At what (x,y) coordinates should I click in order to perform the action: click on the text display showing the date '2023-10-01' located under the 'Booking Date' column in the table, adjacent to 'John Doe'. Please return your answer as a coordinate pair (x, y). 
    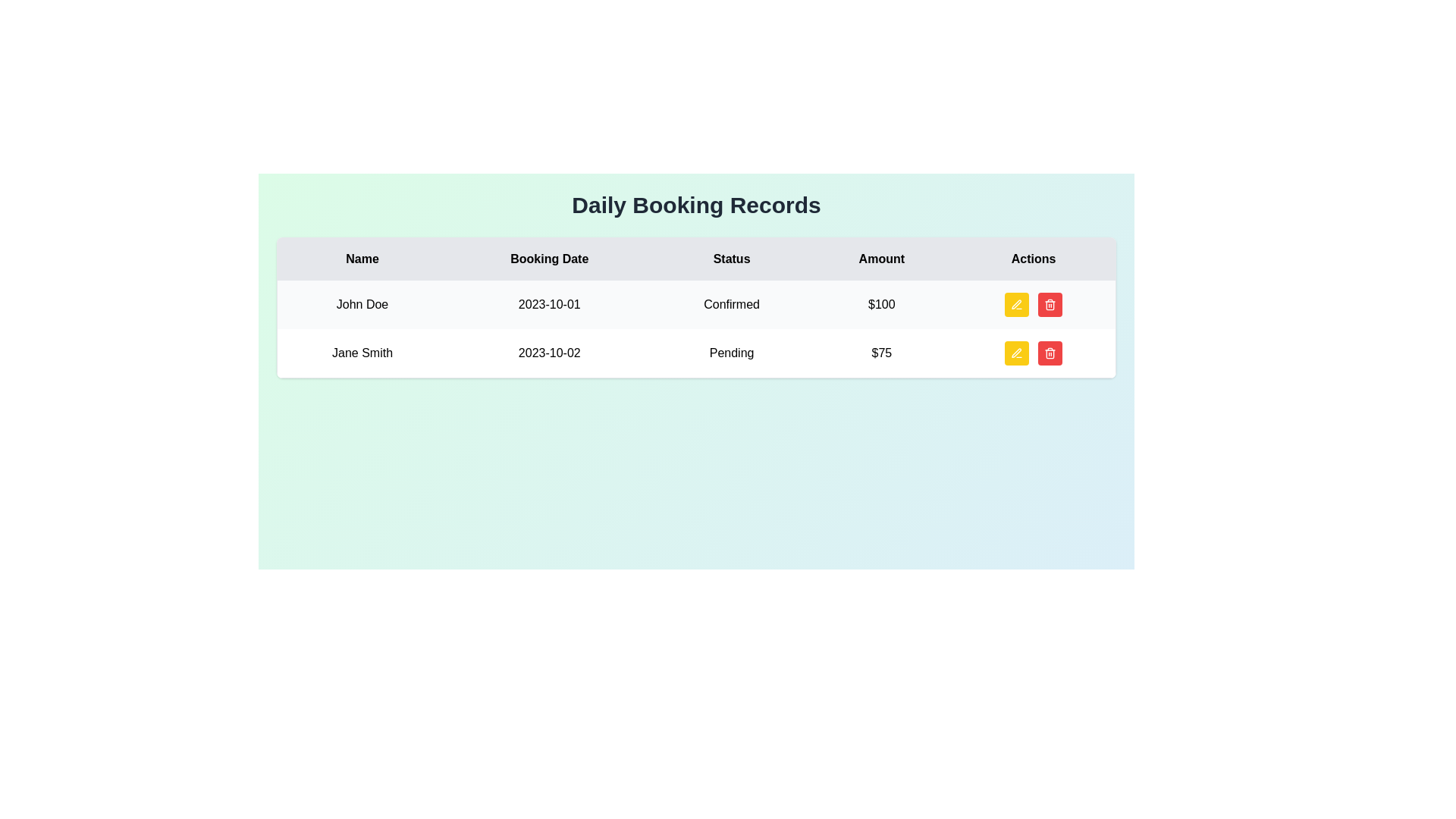
    Looking at the image, I should click on (548, 304).